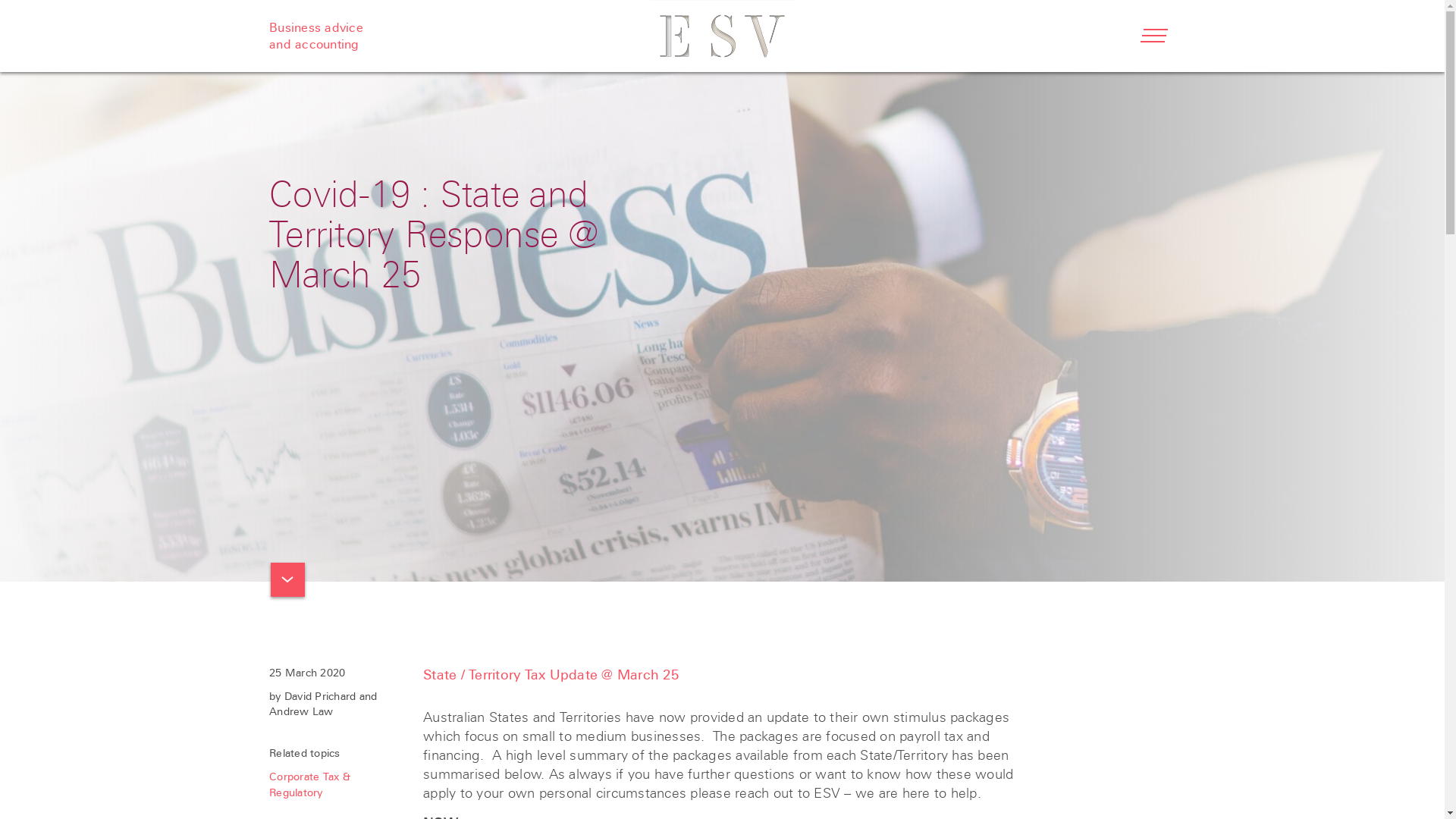 The image size is (1456, 819). I want to click on 'Corporate Tax & Regulatory', so click(269, 784).